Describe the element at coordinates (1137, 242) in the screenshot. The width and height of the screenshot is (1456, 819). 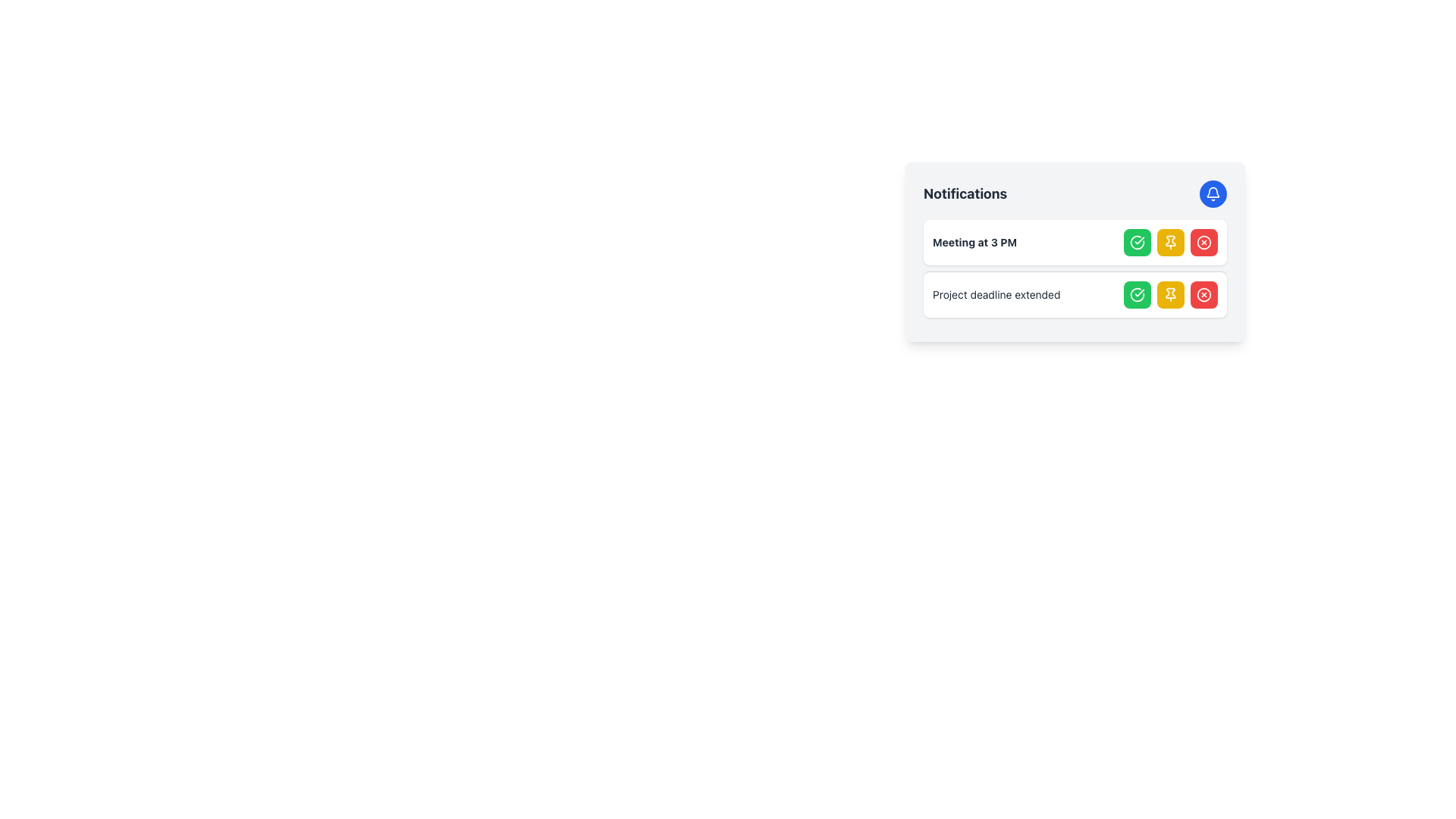
I see `the first action button located to the right of the 'Meeting at 3 PM' notification card` at that location.